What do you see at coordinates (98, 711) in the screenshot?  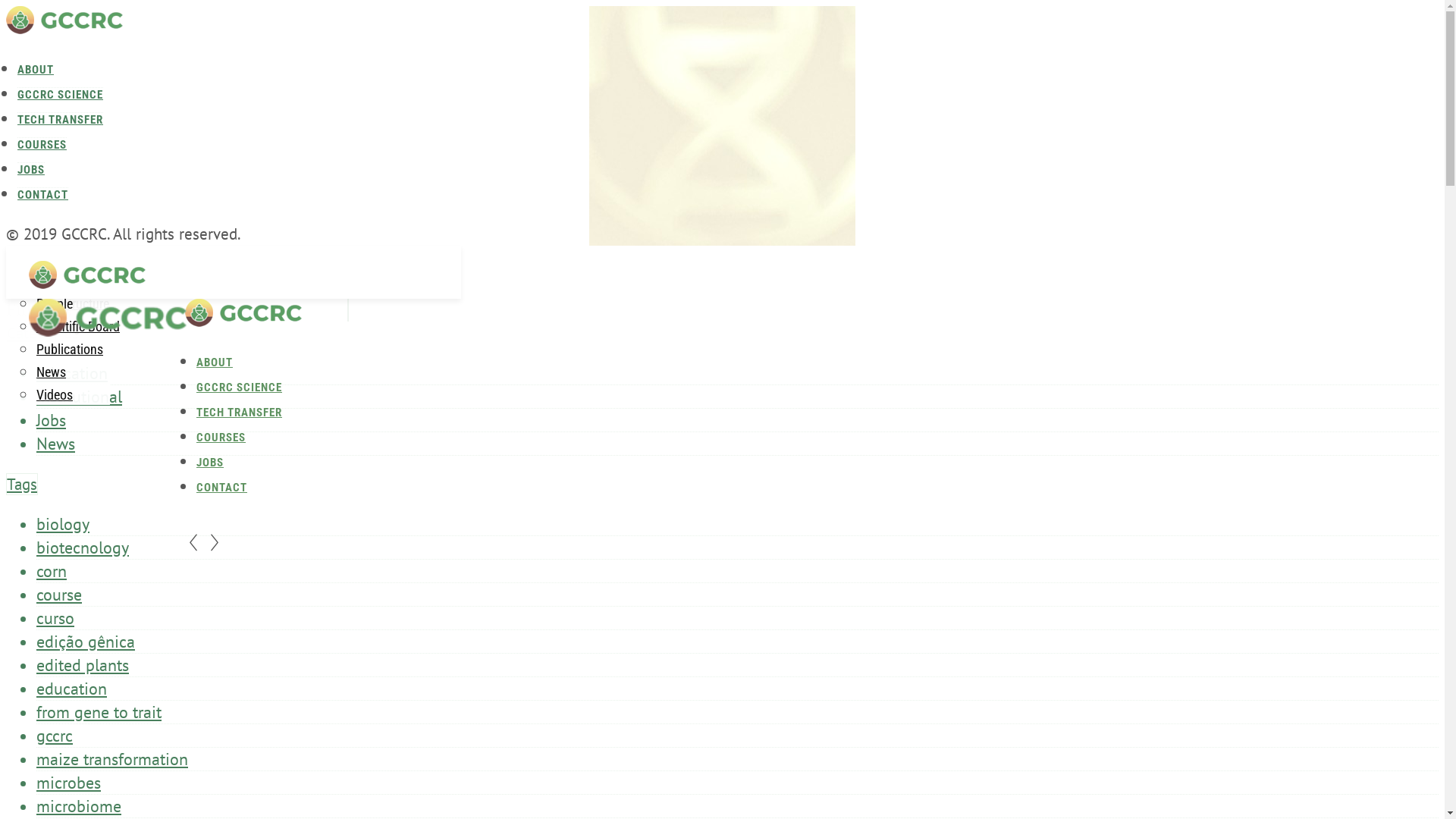 I see `'from gene to trait'` at bounding box center [98, 711].